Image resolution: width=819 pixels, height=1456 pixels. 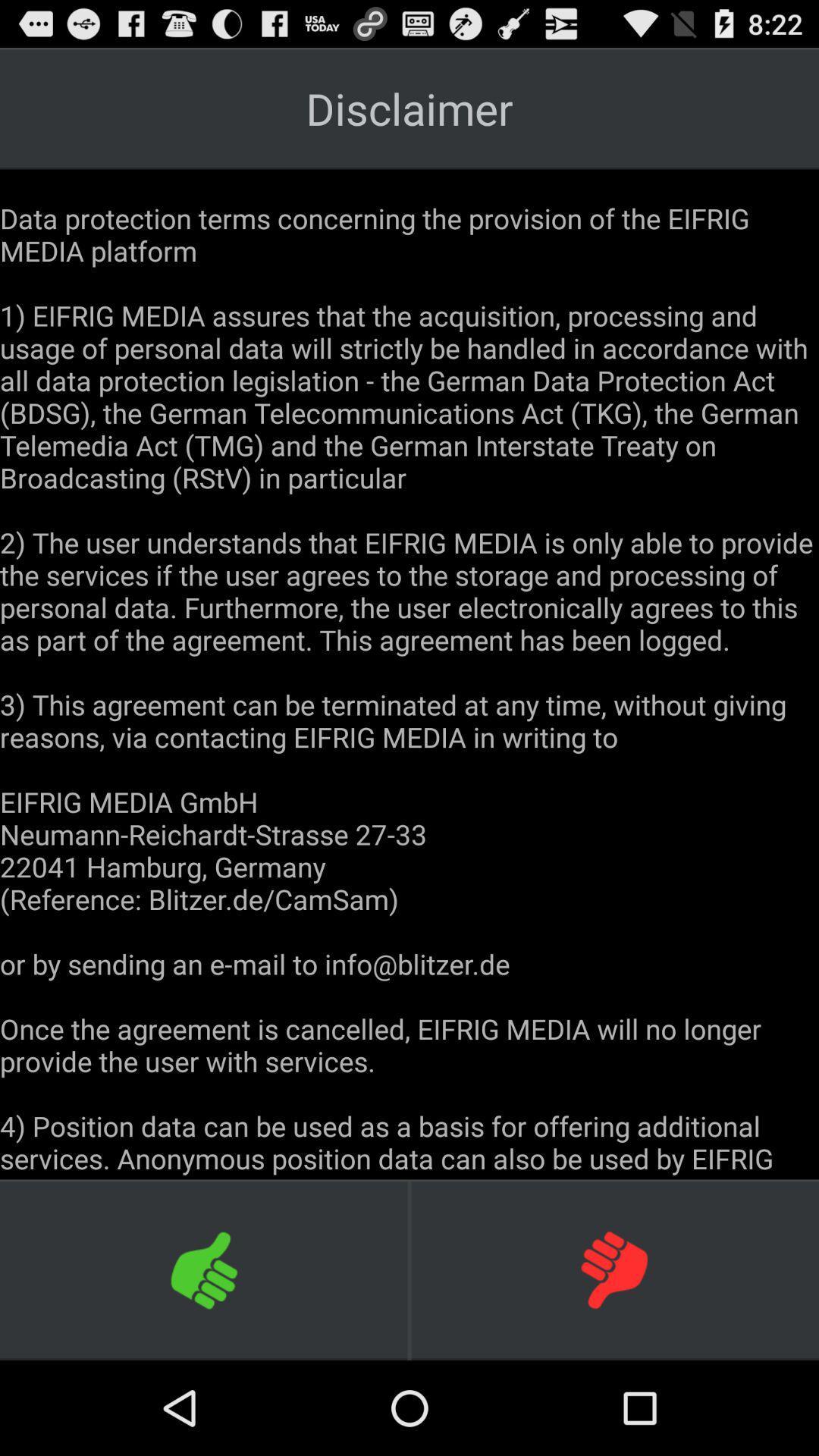 What do you see at coordinates (614, 1269) in the screenshot?
I see `icon at the bottom right corner` at bounding box center [614, 1269].